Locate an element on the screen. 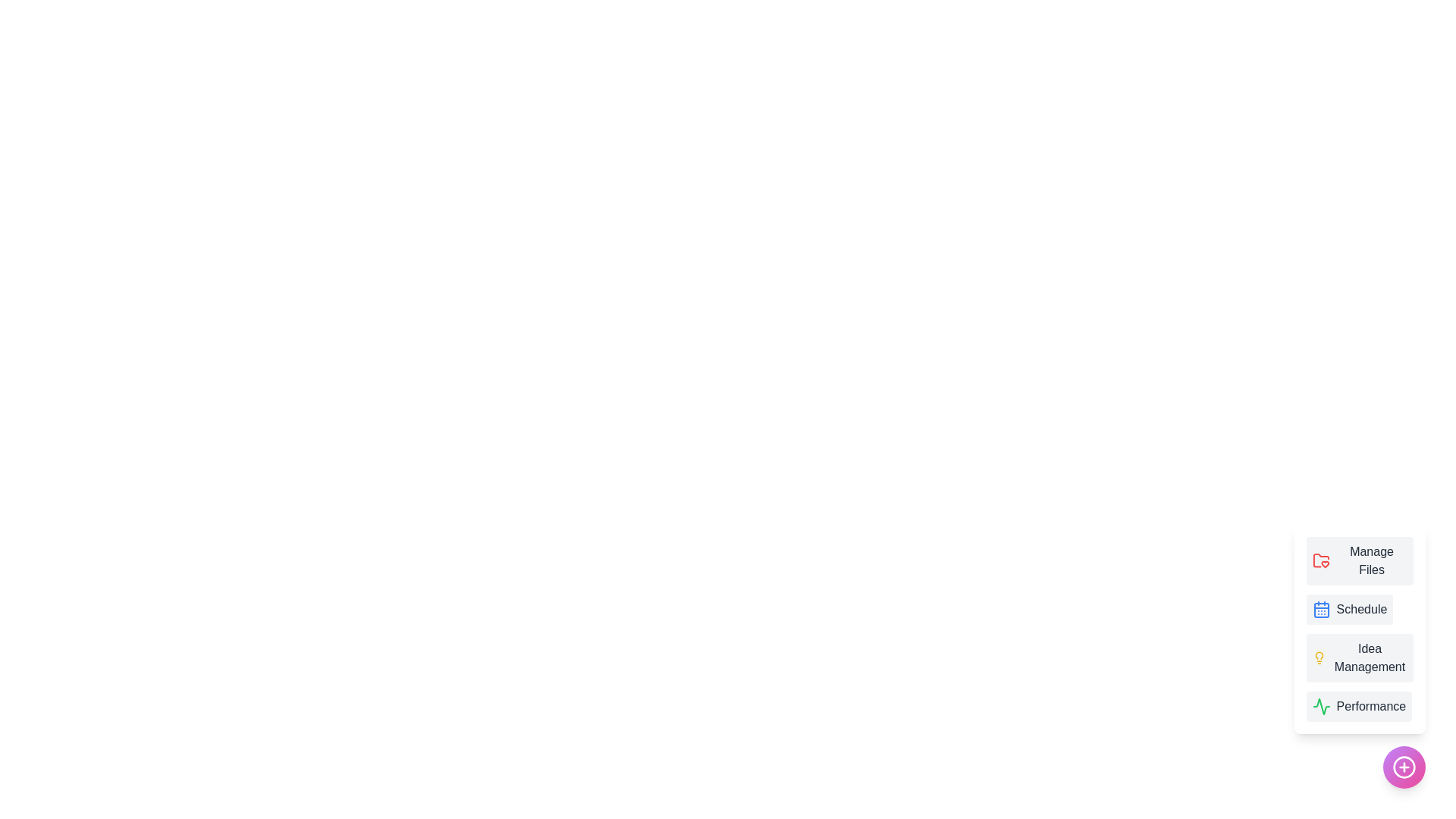 The image size is (1456, 819). the 'Performance' button to select it is located at coordinates (1358, 707).